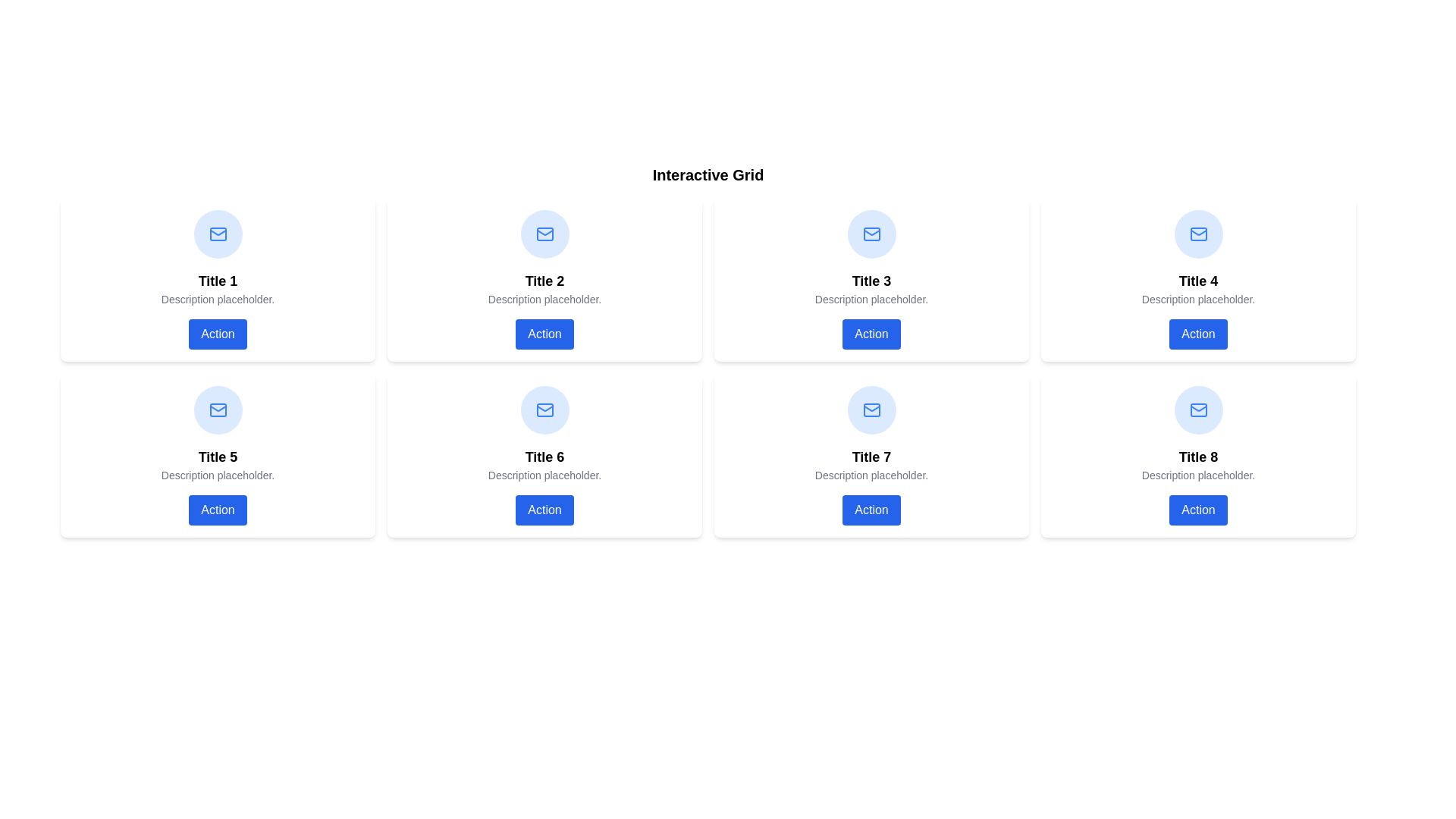  Describe the element at coordinates (871, 233) in the screenshot. I see `the mail icon SVG located at the top center of the card labeled 'Title 7'` at that location.